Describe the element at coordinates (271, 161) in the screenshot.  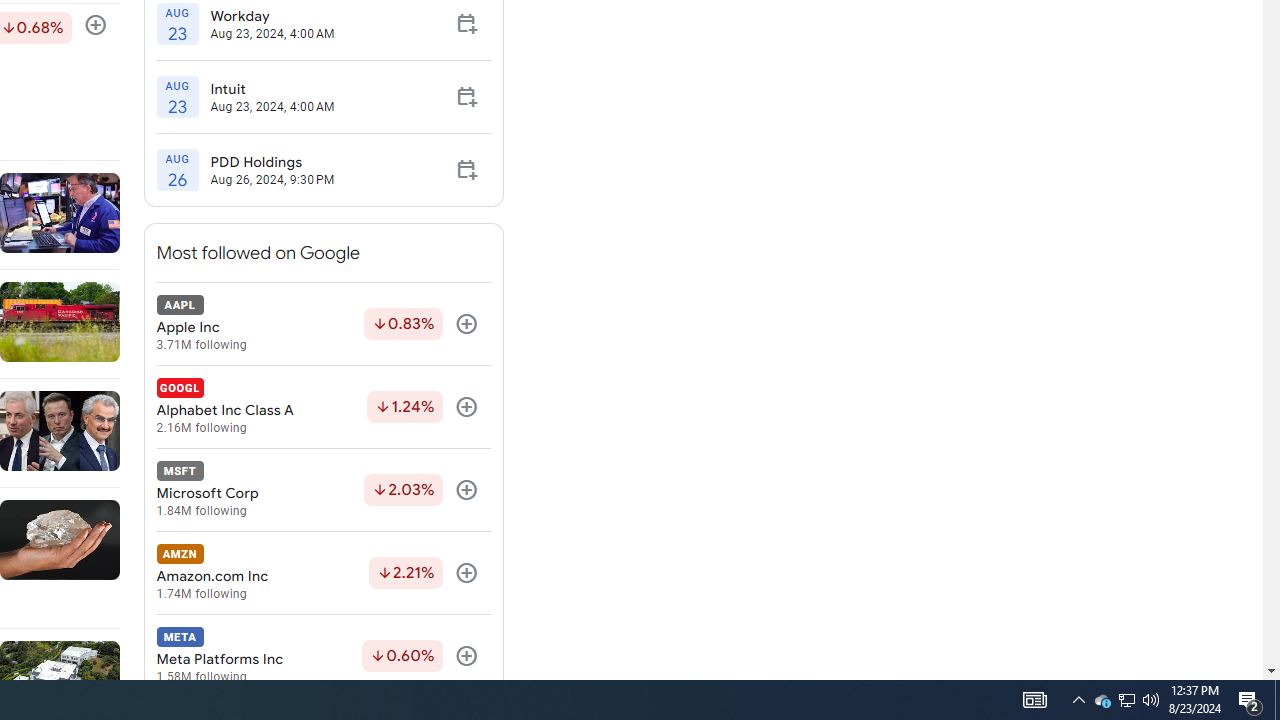
I see `'PDD Holdings'` at that location.